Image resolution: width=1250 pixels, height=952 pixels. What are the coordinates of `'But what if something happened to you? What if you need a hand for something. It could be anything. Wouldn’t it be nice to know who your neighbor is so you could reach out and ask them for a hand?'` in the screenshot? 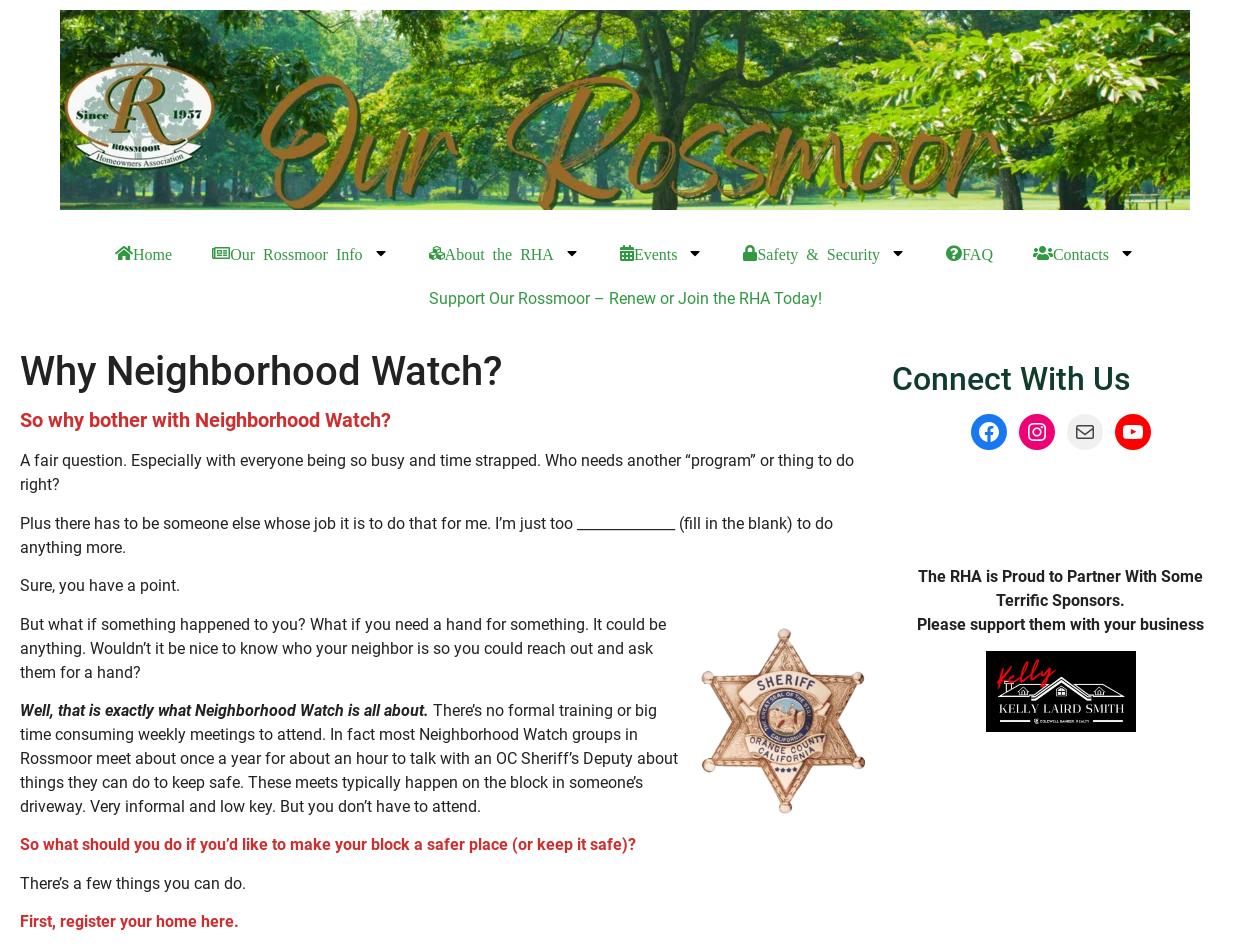 It's located at (342, 647).